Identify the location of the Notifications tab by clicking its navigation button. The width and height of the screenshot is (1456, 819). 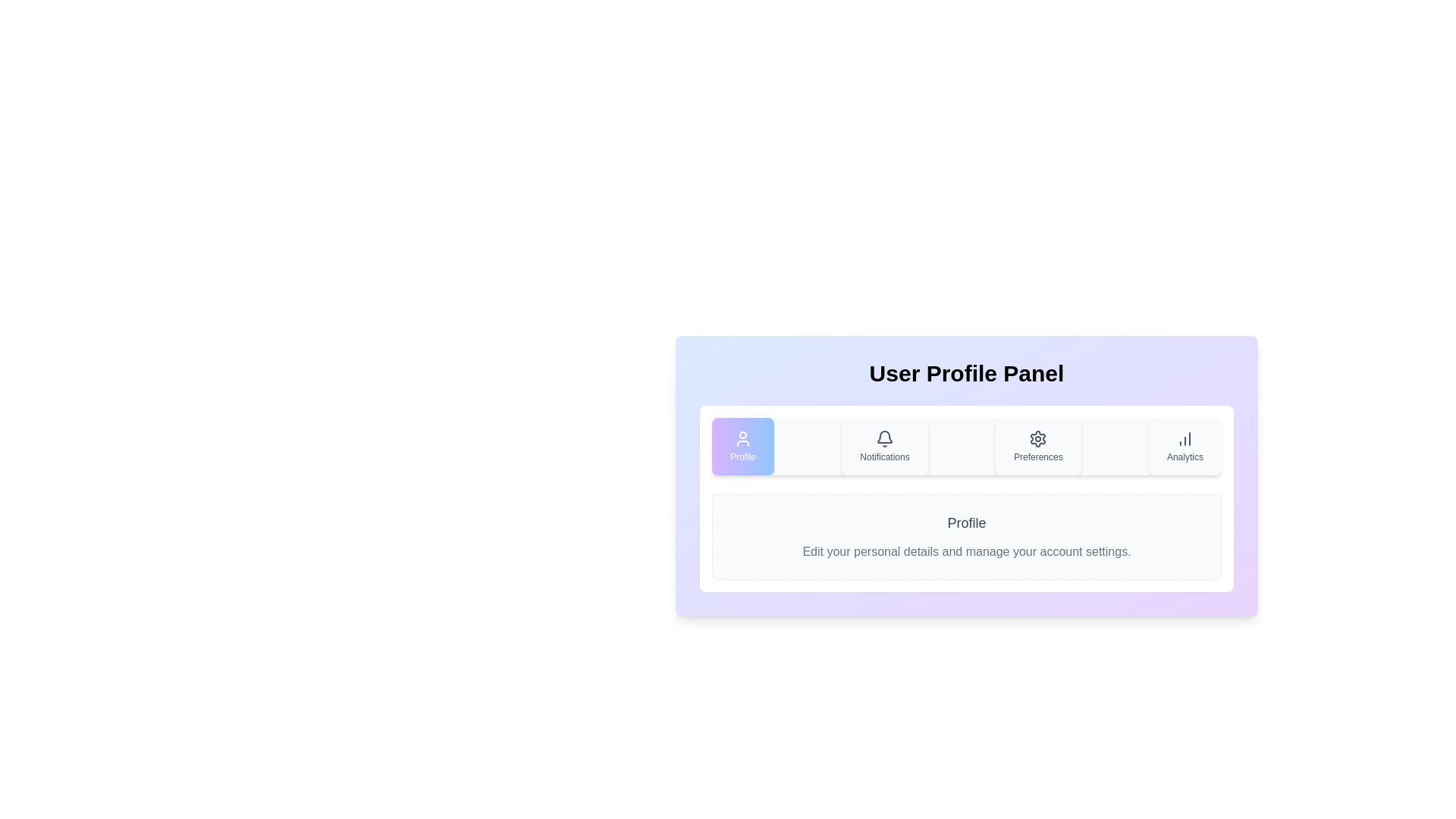
(884, 446).